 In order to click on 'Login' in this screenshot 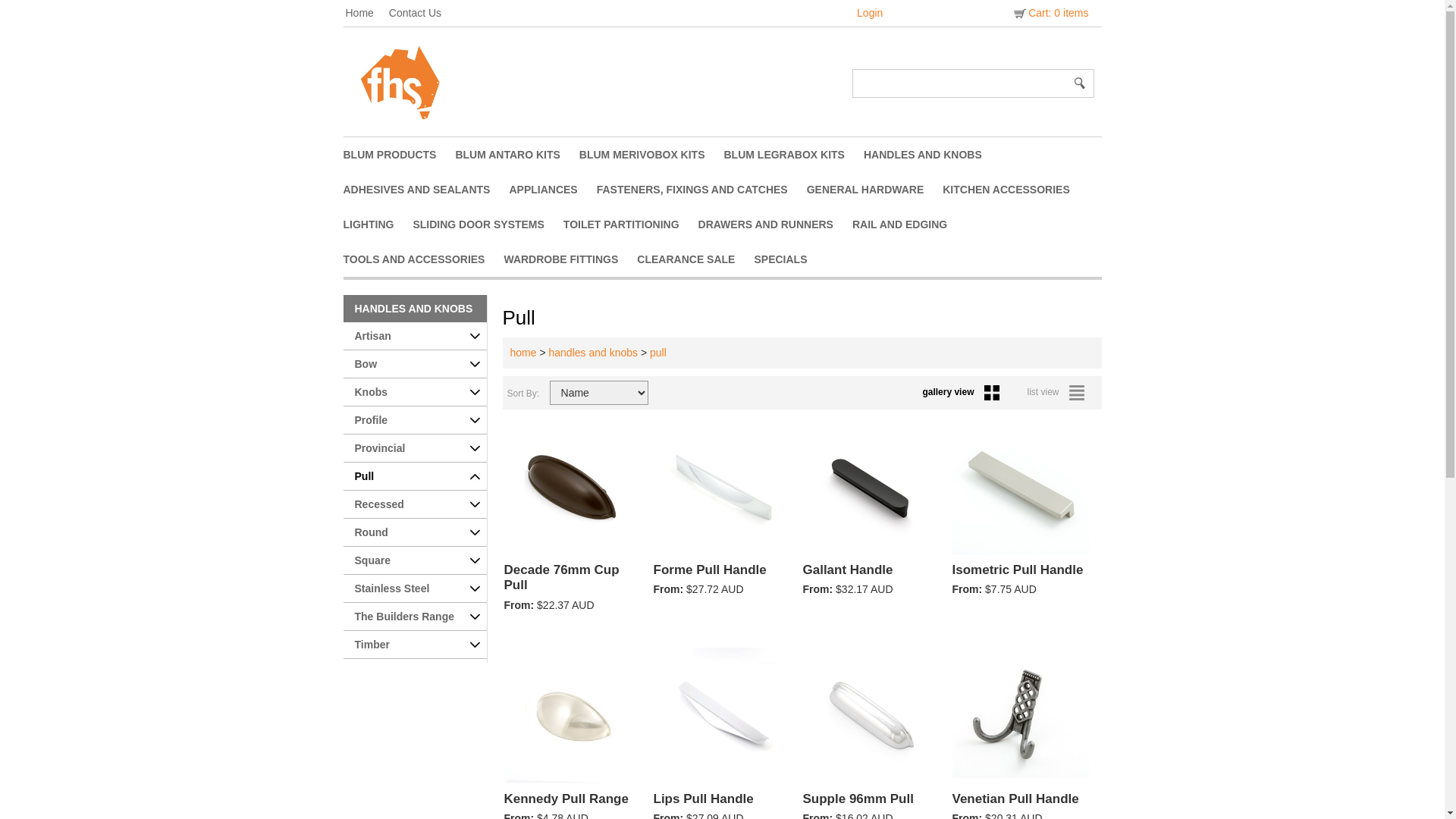, I will do `click(870, 12)`.